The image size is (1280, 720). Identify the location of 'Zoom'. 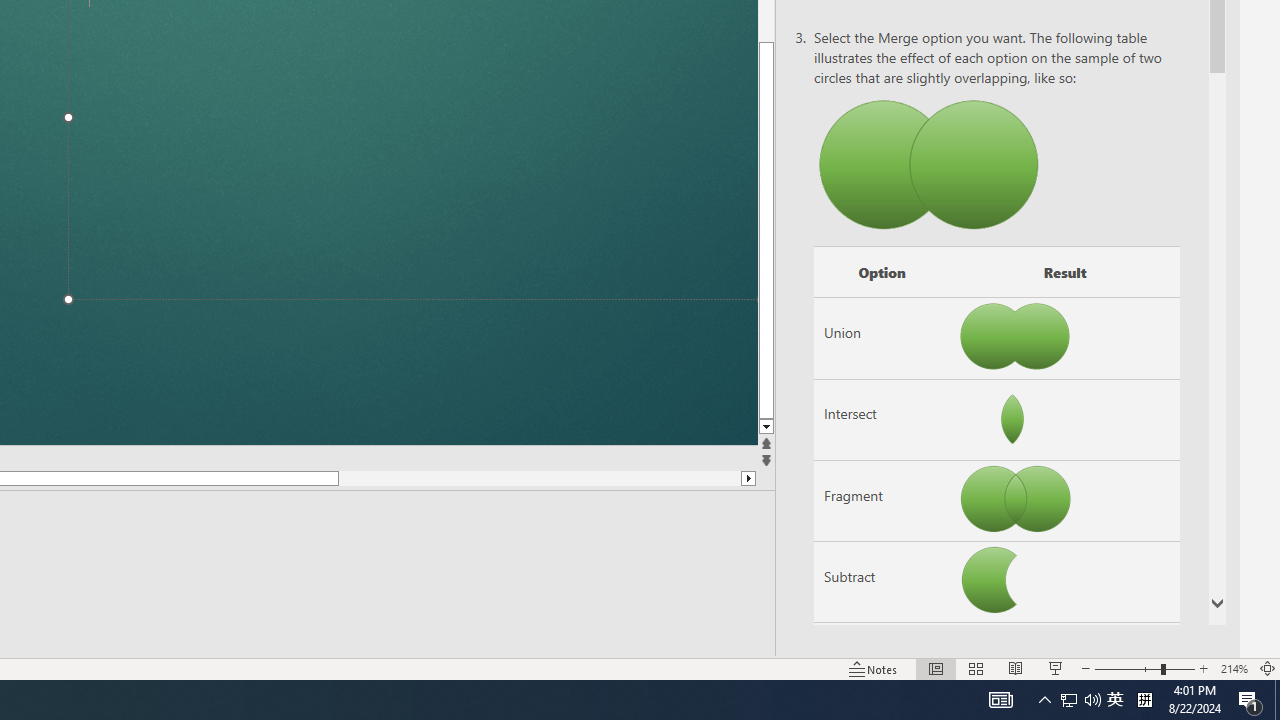
(1144, 669).